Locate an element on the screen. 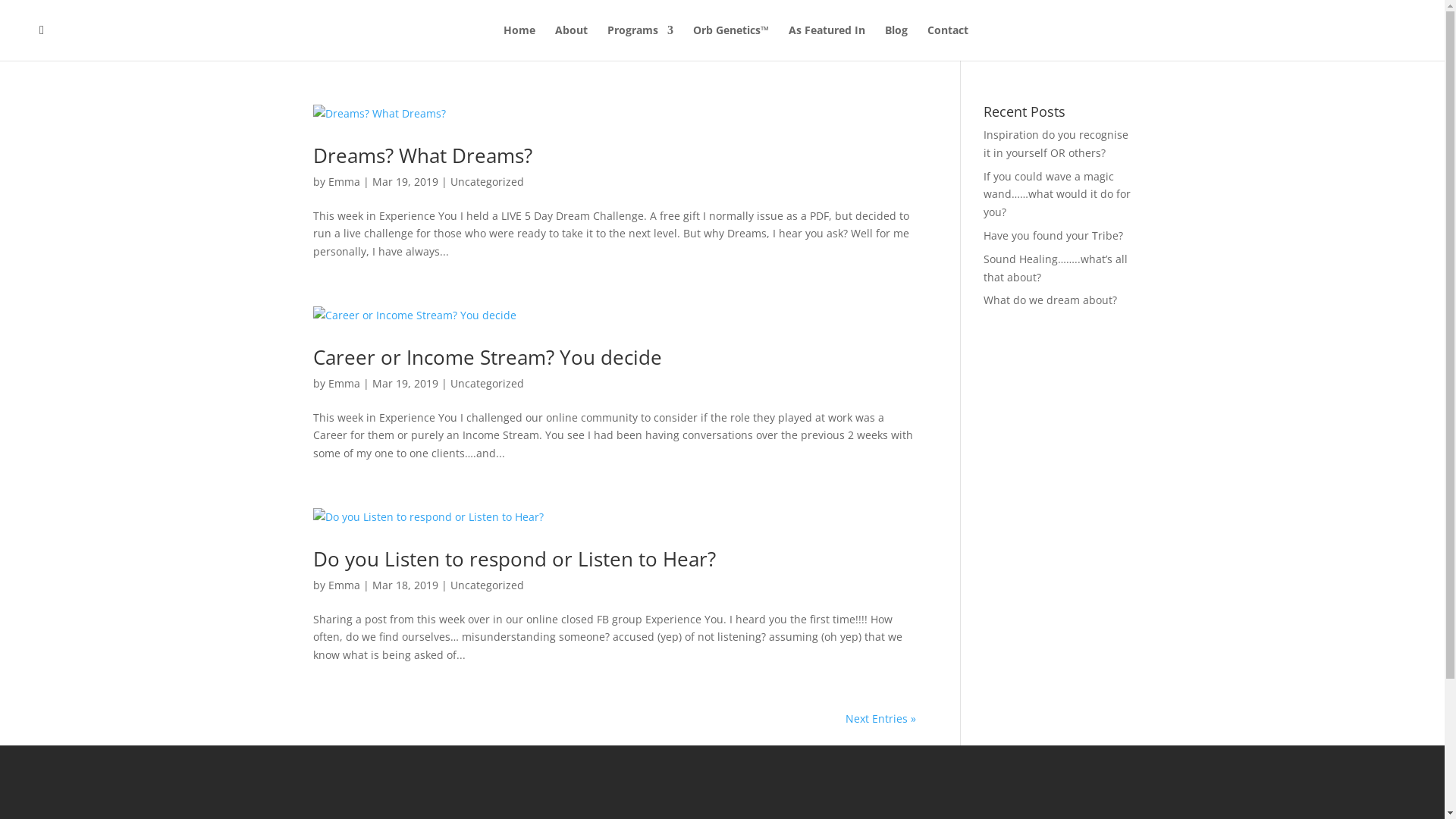 Image resolution: width=1456 pixels, height=819 pixels. 'Inspiration do you recognise it in yourself OR others?' is located at coordinates (983, 143).